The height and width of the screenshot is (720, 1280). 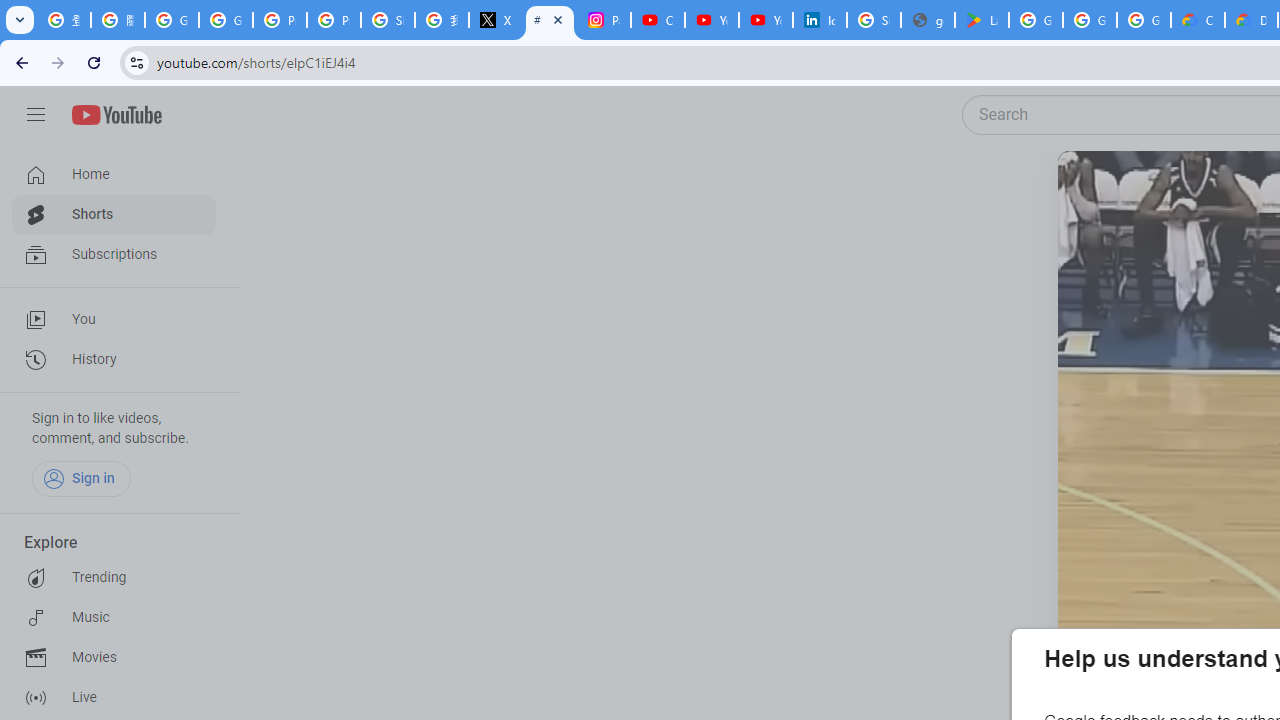 What do you see at coordinates (112, 214) in the screenshot?
I see `'Shorts'` at bounding box center [112, 214].